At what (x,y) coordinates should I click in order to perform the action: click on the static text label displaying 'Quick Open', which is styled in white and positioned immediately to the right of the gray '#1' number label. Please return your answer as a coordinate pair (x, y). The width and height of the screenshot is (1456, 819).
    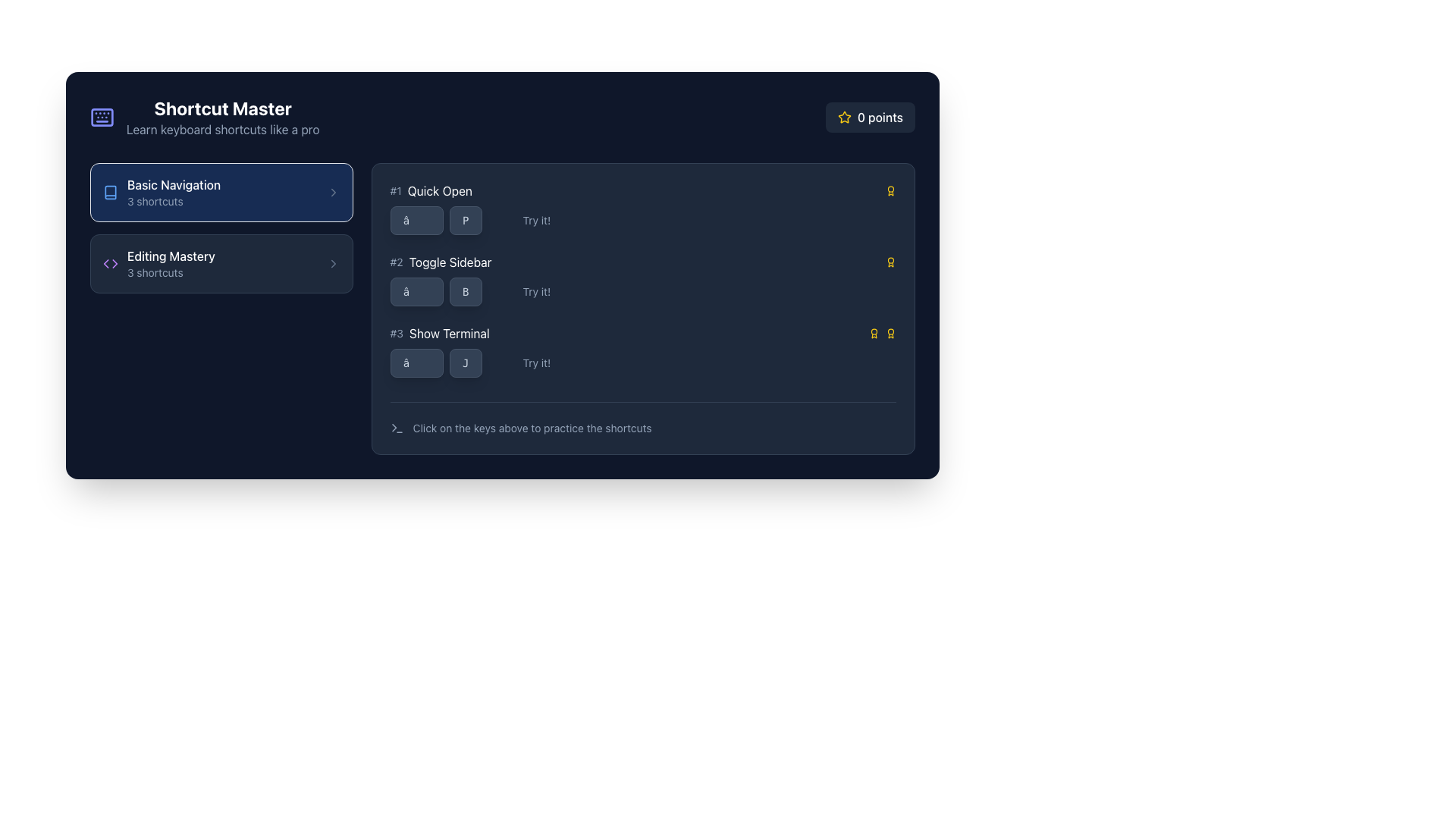
    Looking at the image, I should click on (439, 190).